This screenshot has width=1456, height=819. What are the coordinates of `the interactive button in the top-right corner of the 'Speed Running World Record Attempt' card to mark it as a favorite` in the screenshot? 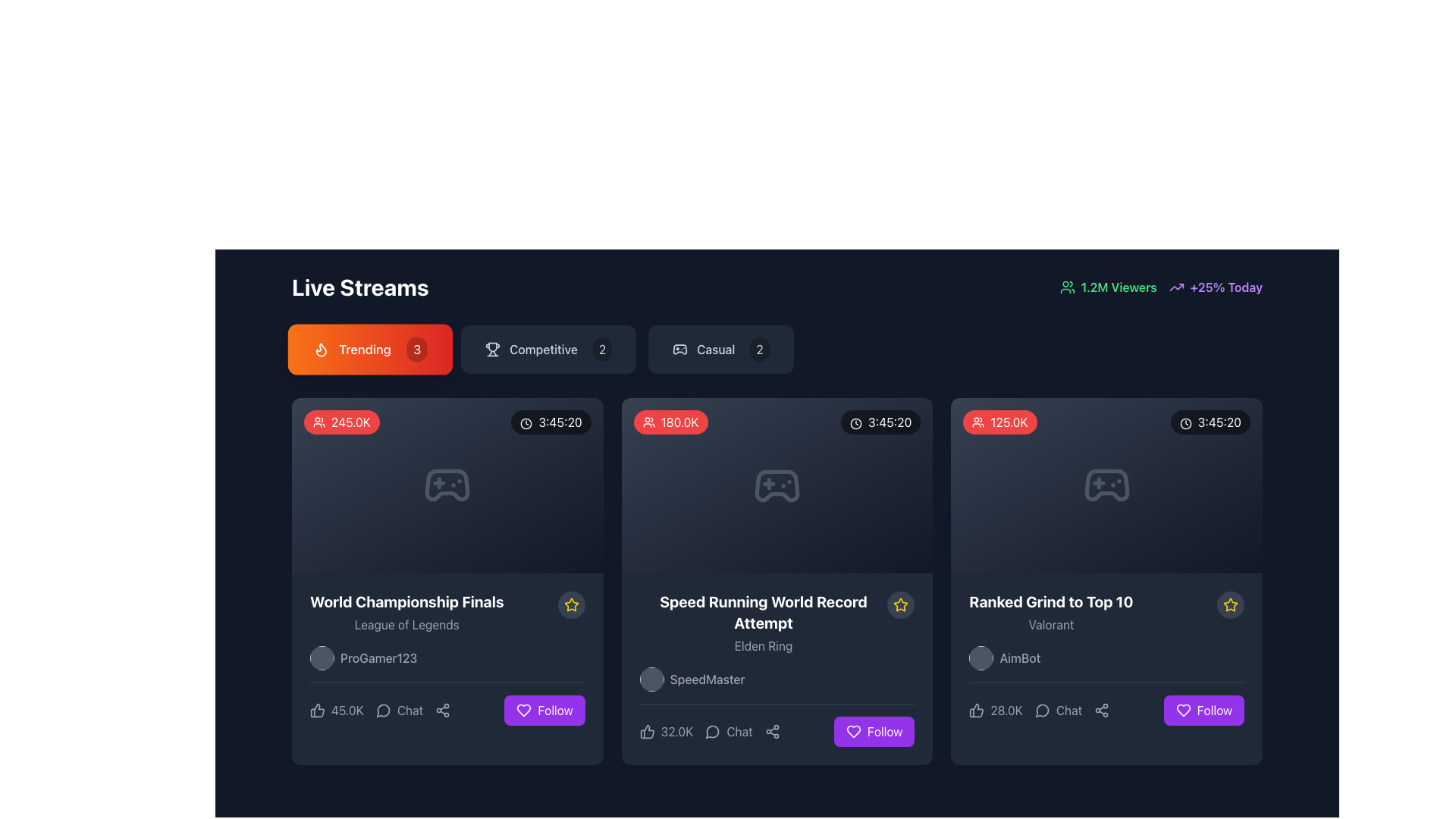 It's located at (901, 604).